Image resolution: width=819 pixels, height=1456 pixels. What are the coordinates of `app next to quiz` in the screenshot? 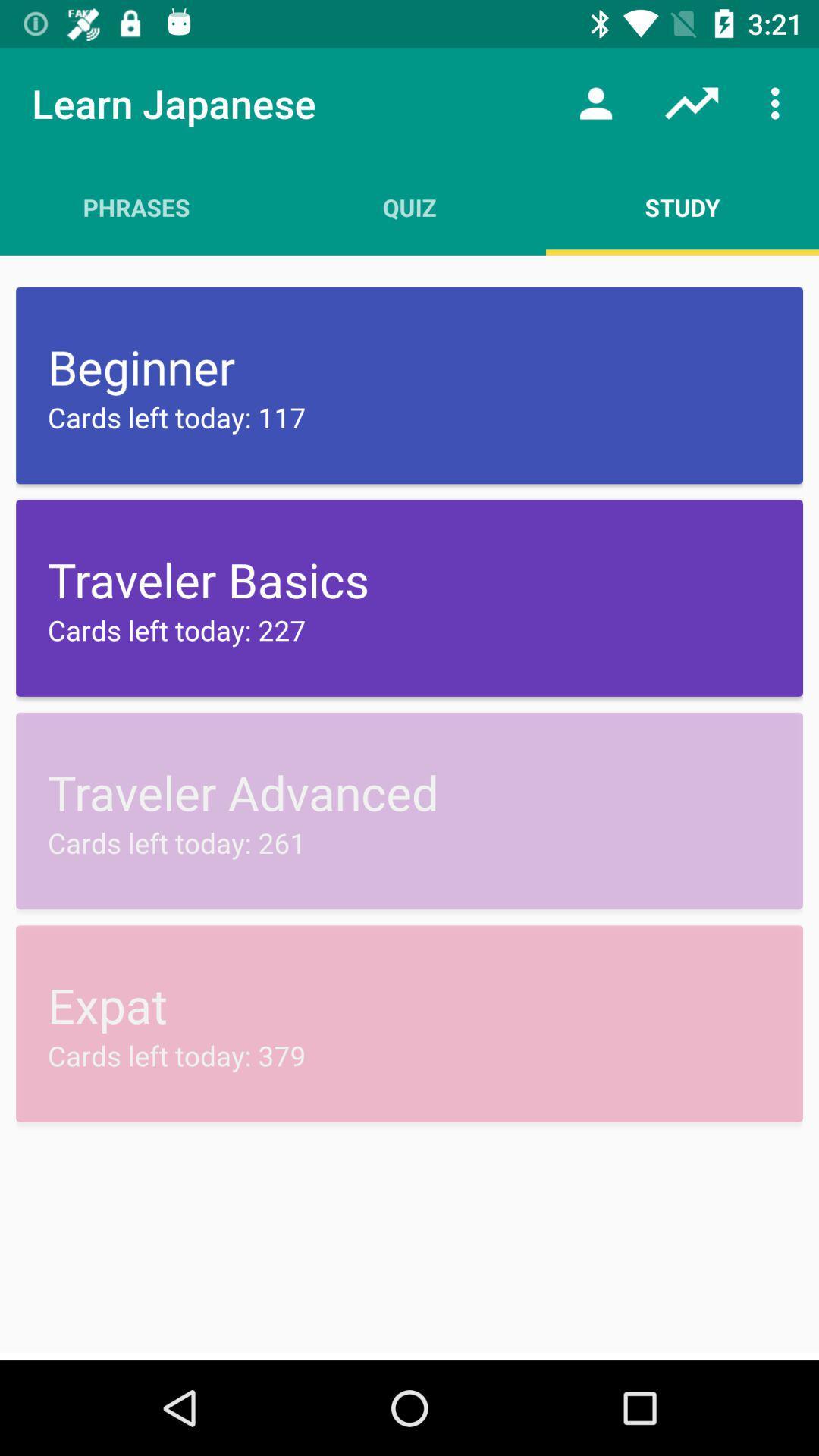 It's located at (595, 102).